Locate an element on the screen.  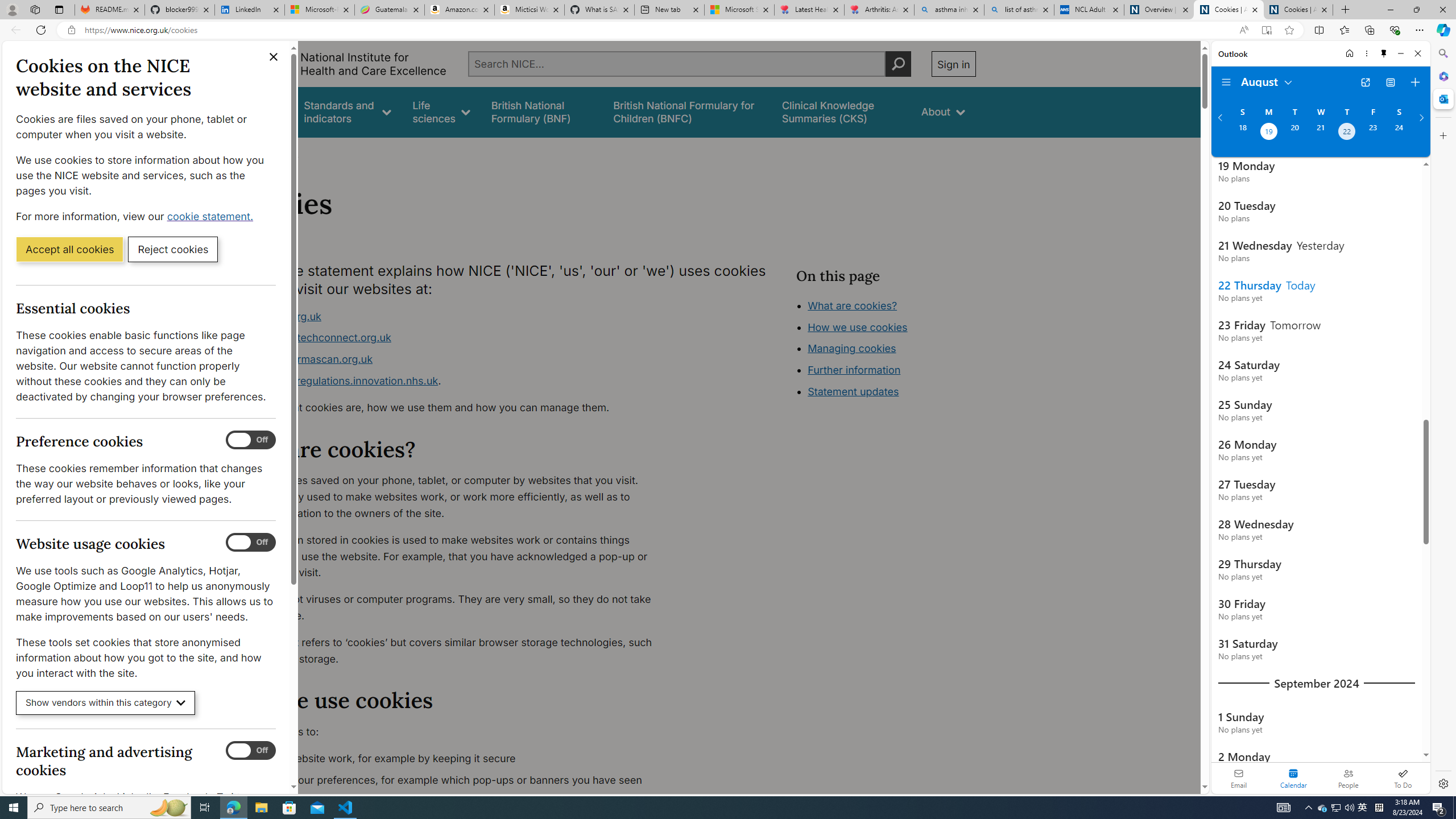
'August' is located at coordinates (1267, 80).